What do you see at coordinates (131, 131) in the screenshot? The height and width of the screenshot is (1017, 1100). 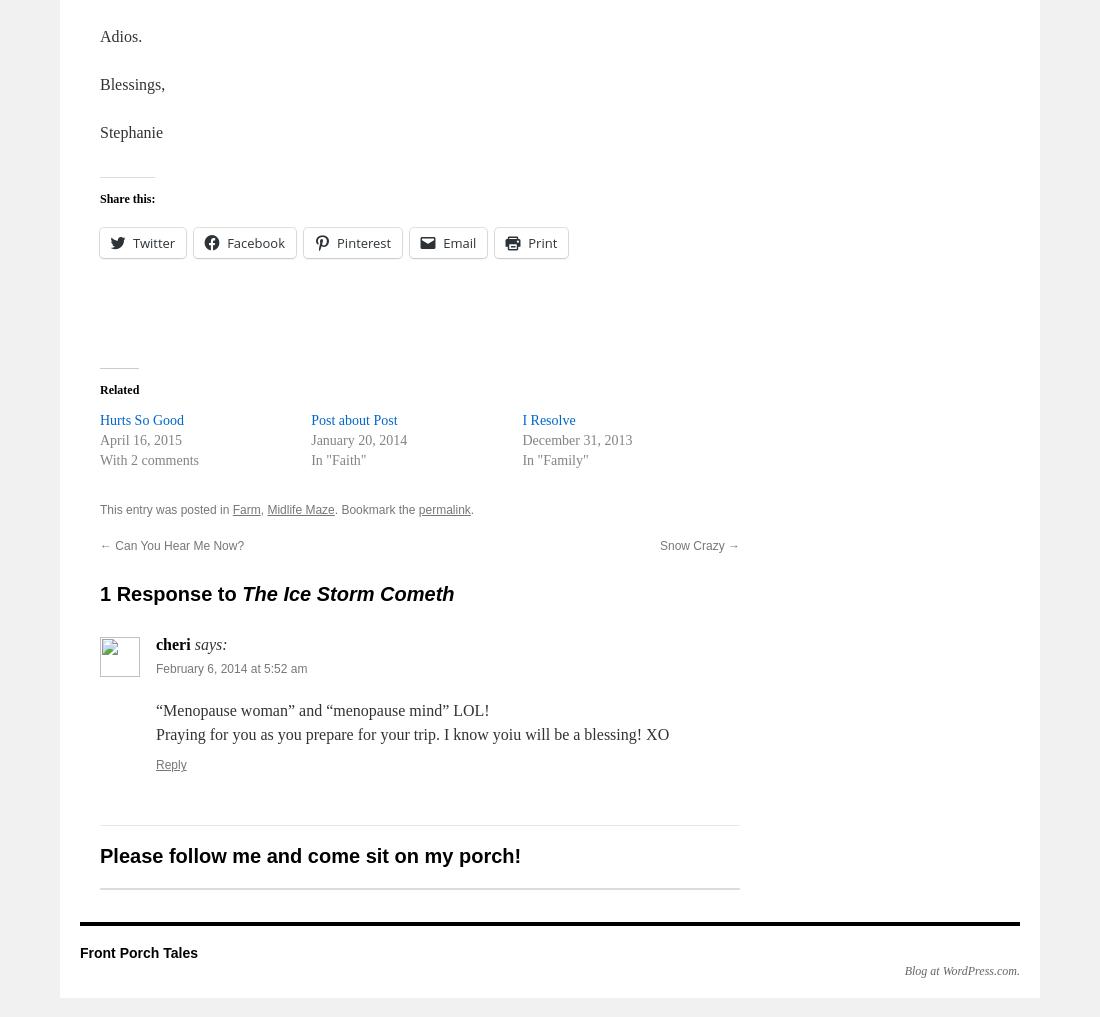 I see `'Stephanie'` at bounding box center [131, 131].